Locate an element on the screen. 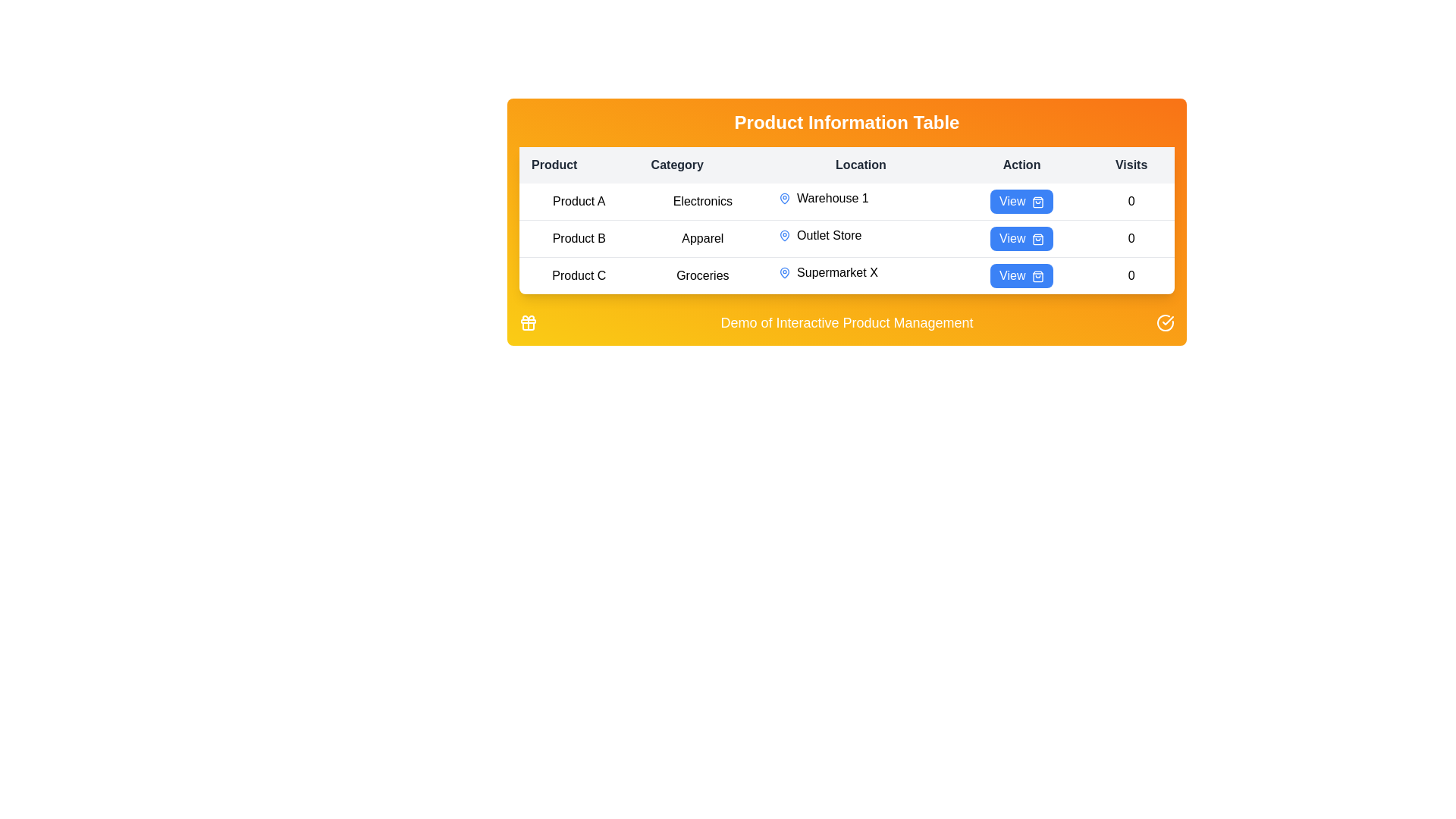 Image resolution: width=1456 pixels, height=819 pixels. the styled text label displaying '0' that is centrally aligned within the 'Visits' column of the 'Product Information Table' for 'Product C' is located at coordinates (1131, 275).